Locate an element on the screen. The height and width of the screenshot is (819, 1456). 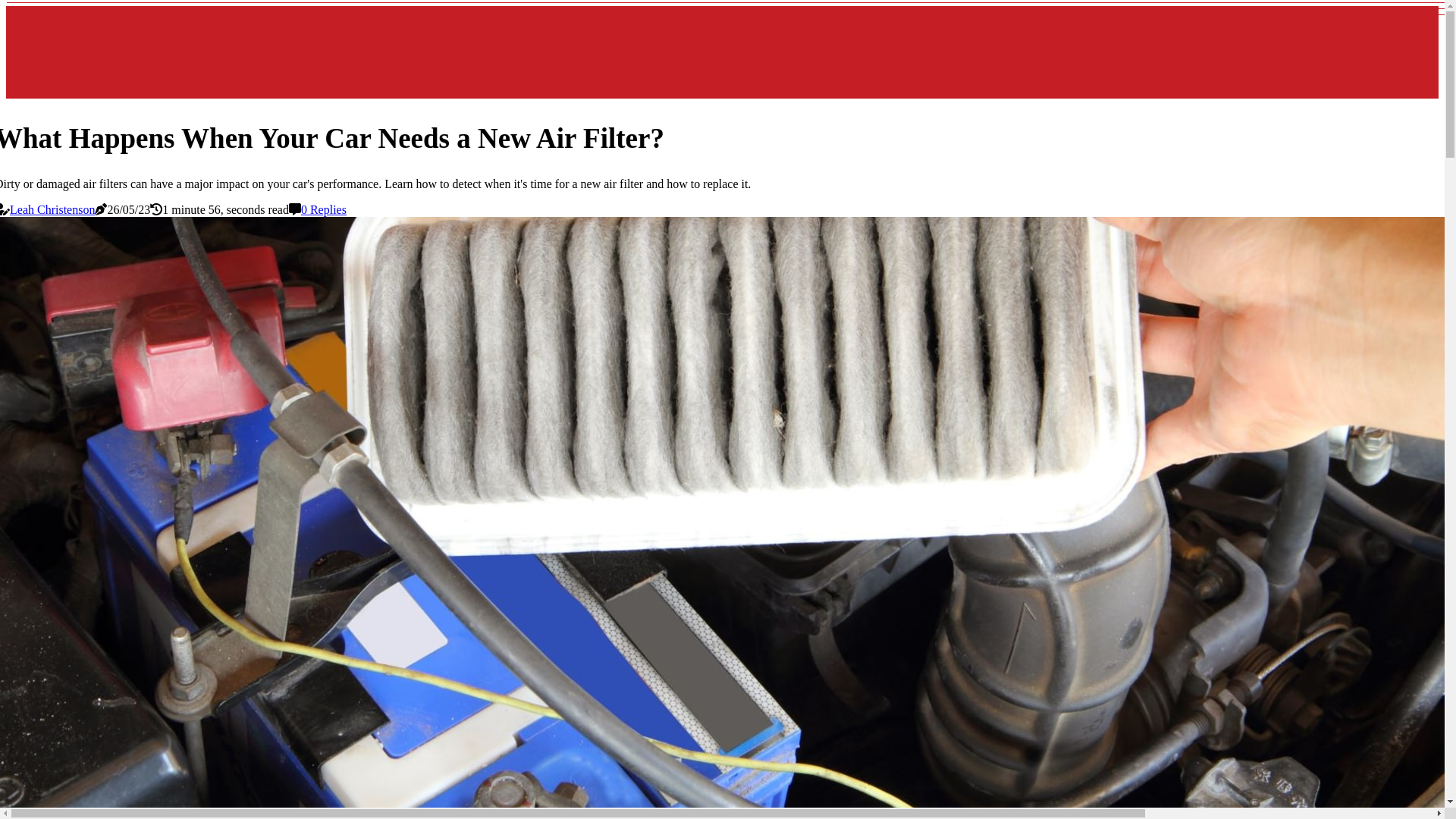
'0 Replies' is located at coordinates (323, 209).